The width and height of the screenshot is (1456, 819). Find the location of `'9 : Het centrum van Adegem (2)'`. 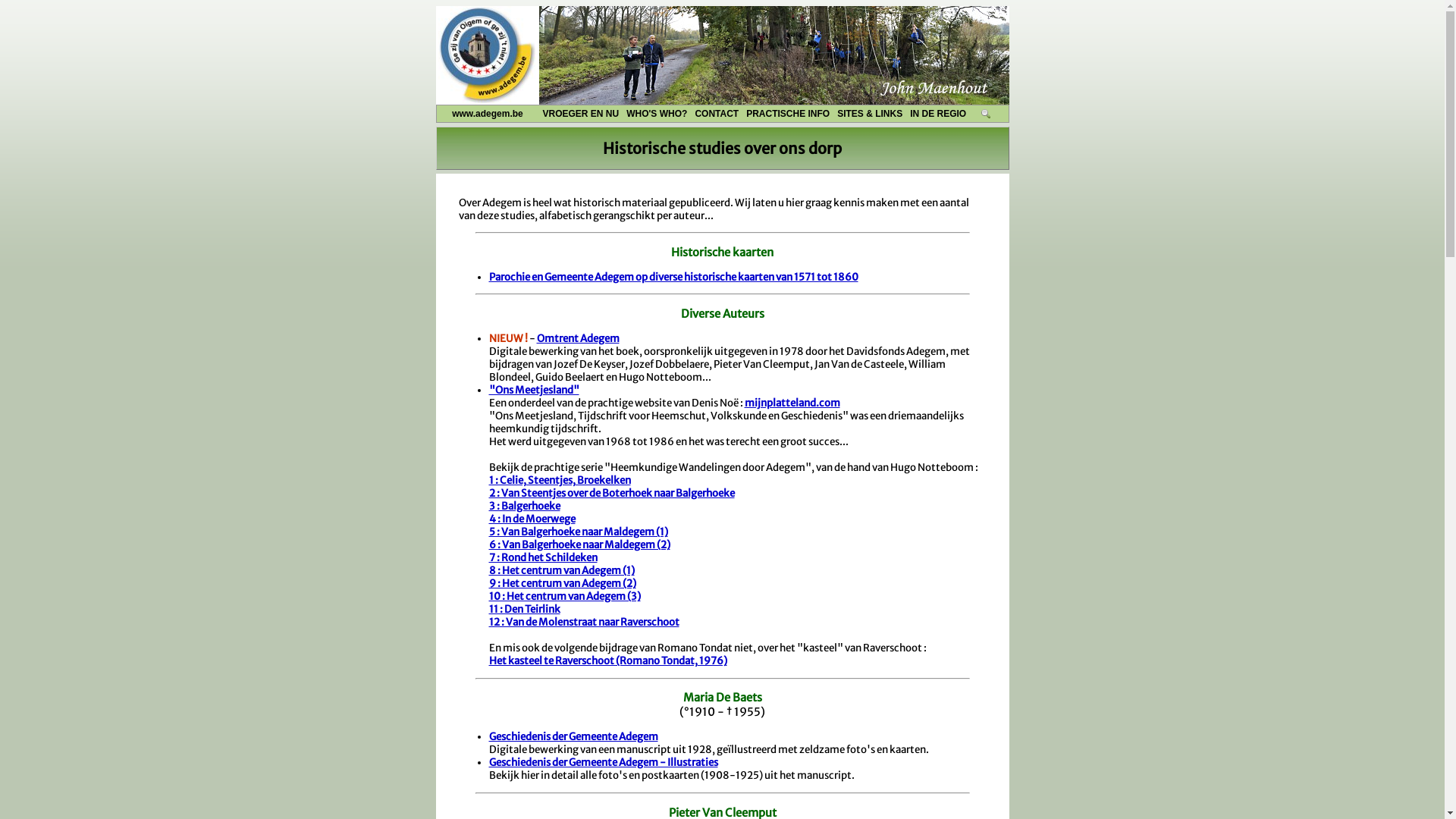

'9 : Het centrum van Adegem (2)' is located at coordinates (560, 582).